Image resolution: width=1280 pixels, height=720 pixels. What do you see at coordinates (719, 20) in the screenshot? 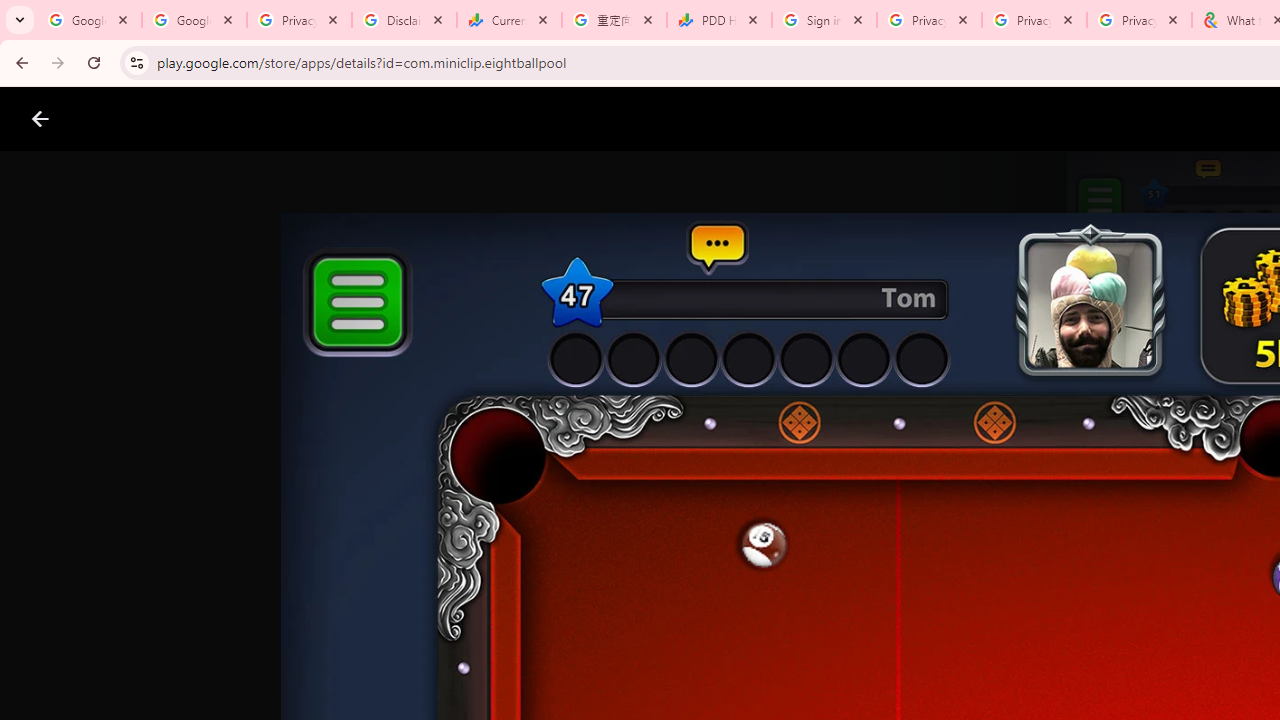
I see `'PDD Holdings Inc - ADR (PDD) Price & News - Google Finance'` at bounding box center [719, 20].